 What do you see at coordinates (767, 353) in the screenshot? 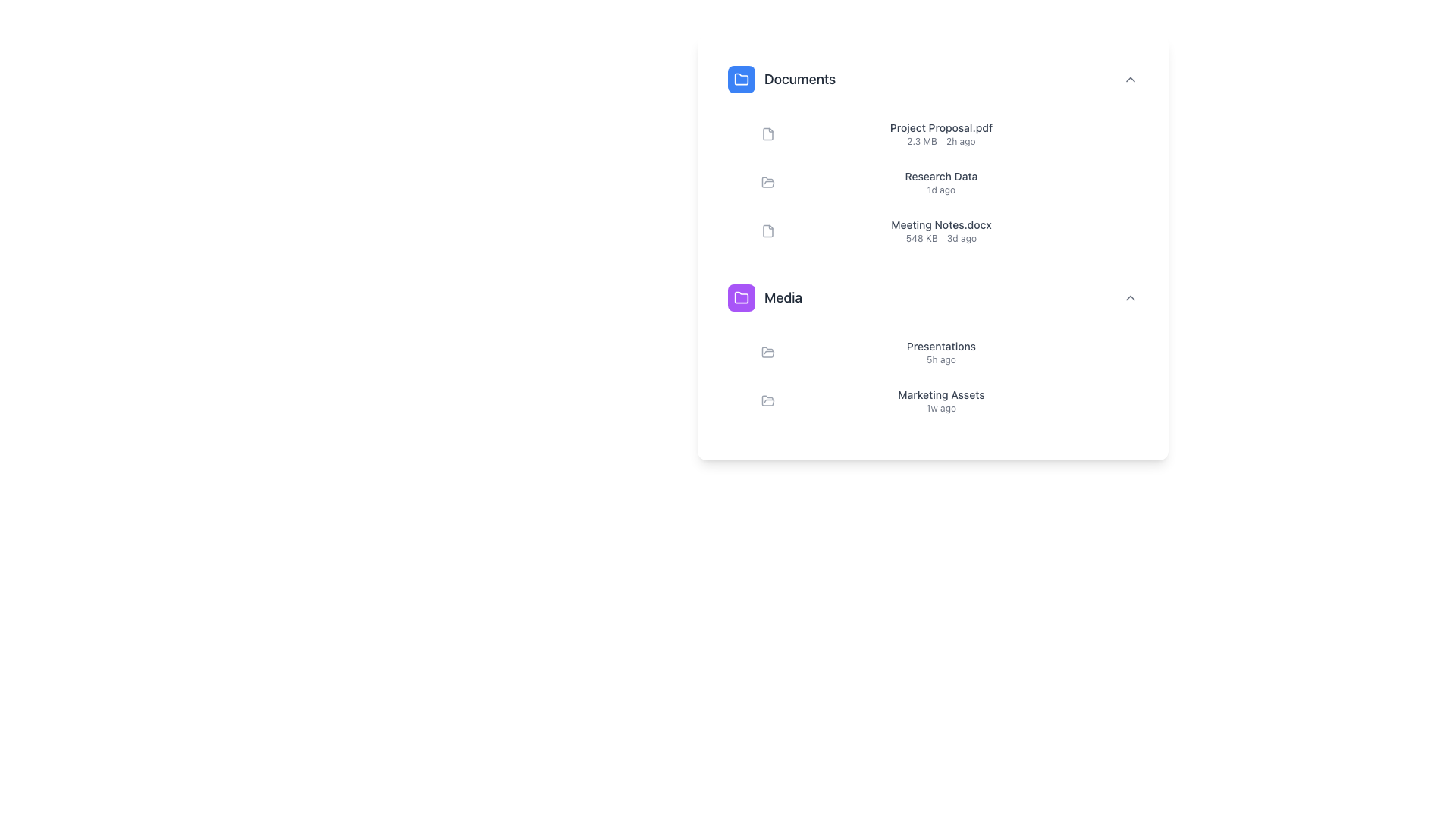
I see `the folder icon located to the left of the text 'Presentations' in the 'Media' category list` at bounding box center [767, 353].